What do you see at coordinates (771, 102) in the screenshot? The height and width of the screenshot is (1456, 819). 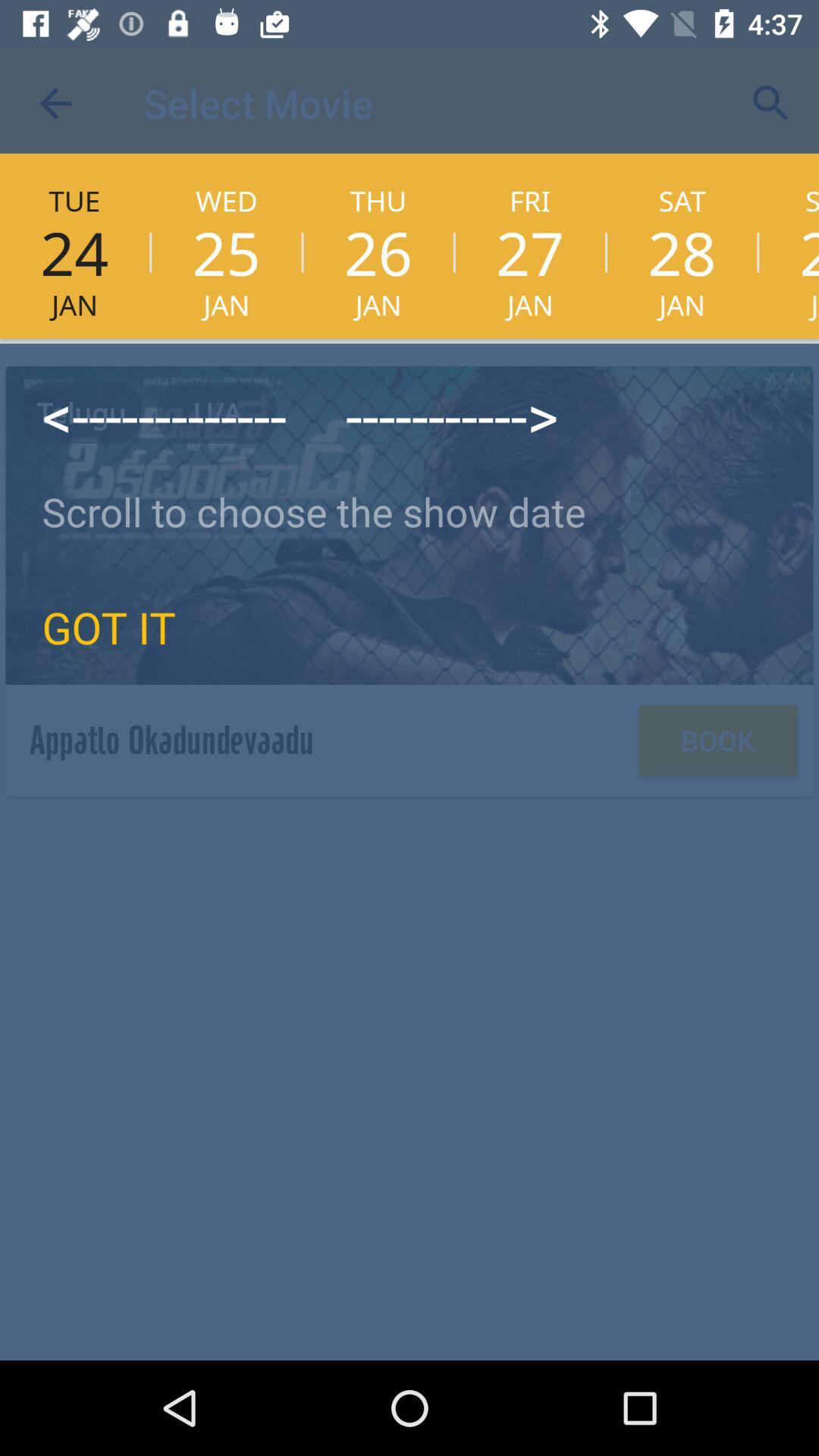 I see `the app next to the select movie app` at bounding box center [771, 102].